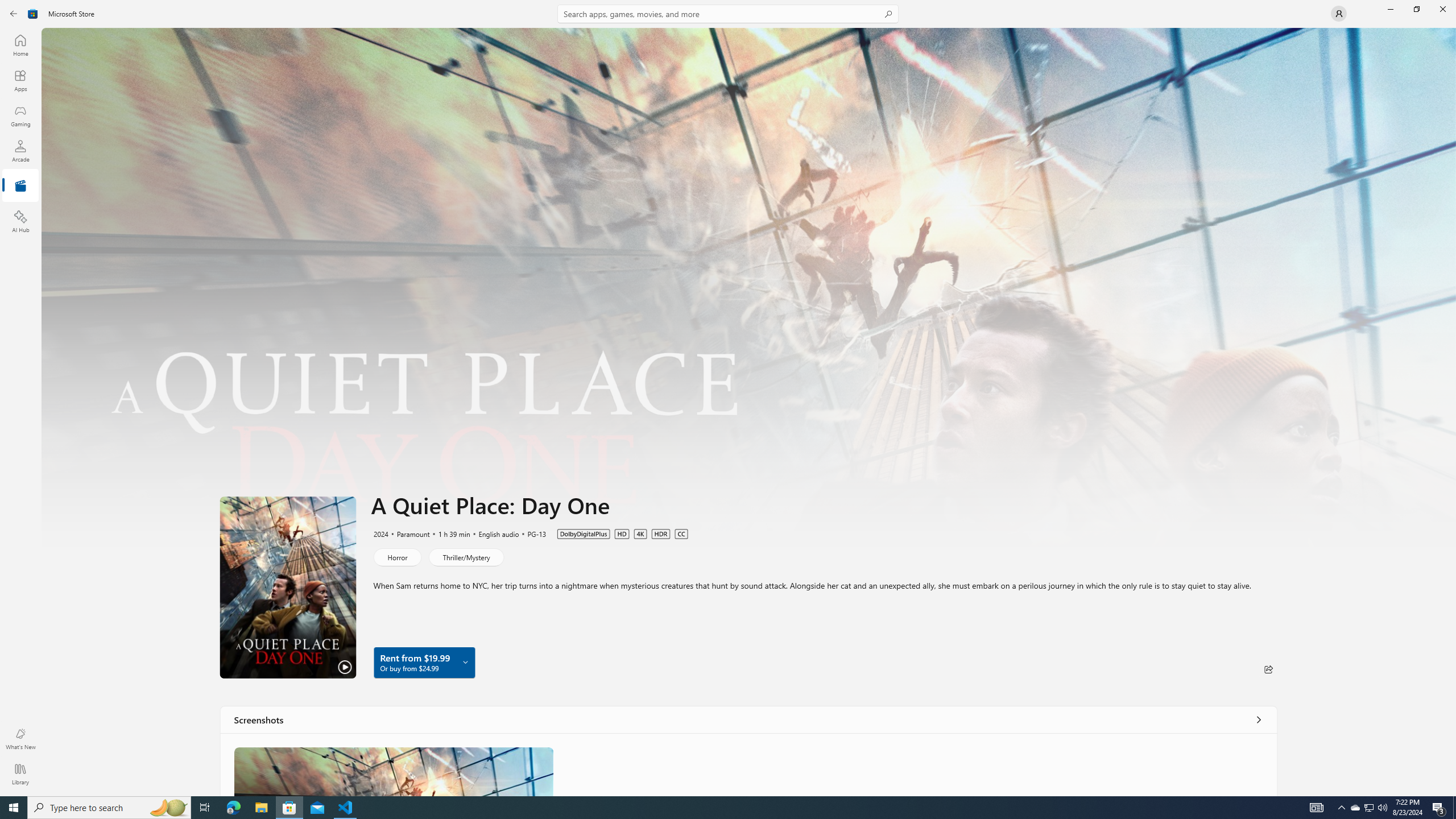 Image resolution: width=1456 pixels, height=819 pixels. Describe the element at coordinates (380, 533) in the screenshot. I see `'2024'` at that location.